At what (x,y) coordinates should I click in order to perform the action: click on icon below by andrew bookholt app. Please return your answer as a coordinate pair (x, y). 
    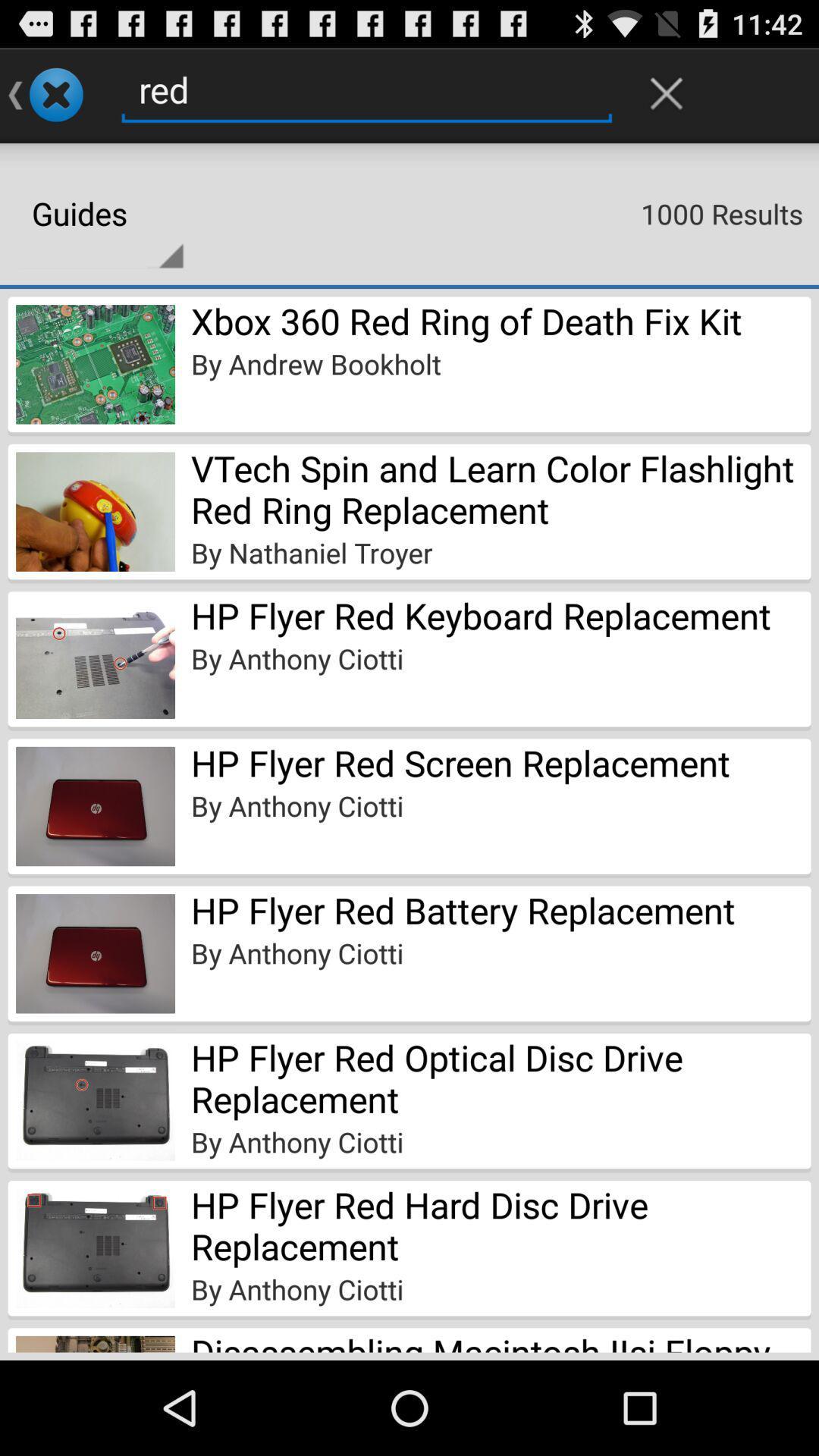
    Looking at the image, I should click on (500, 488).